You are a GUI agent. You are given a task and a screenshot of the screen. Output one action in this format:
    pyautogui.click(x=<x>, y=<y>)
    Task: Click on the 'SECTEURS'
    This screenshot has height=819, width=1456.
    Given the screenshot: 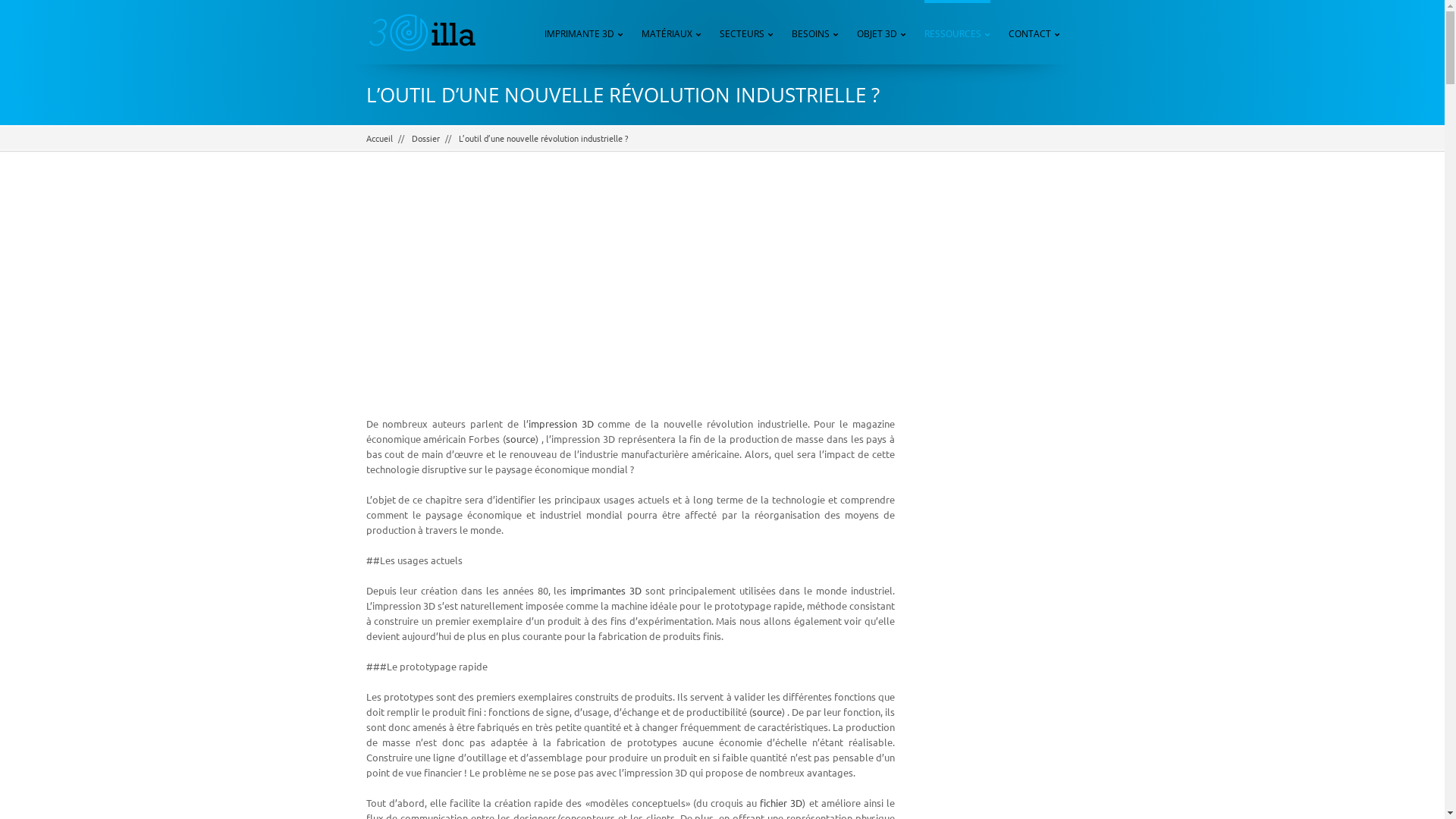 What is the action you would take?
    pyautogui.click(x=746, y=32)
    